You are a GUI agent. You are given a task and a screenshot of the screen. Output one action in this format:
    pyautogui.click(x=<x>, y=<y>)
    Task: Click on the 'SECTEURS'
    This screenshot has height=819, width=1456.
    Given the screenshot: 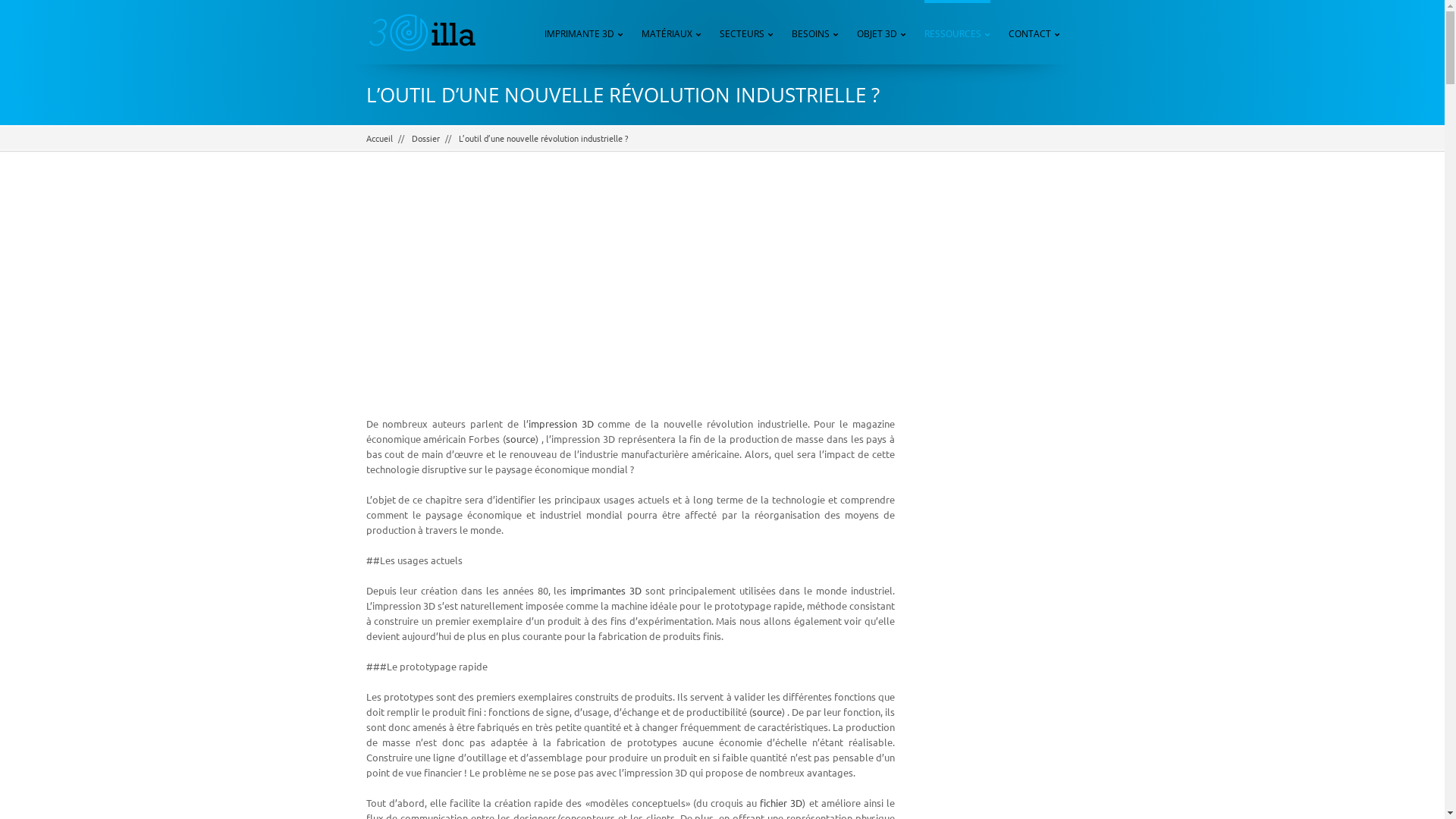 What is the action you would take?
    pyautogui.click(x=746, y=32)
    